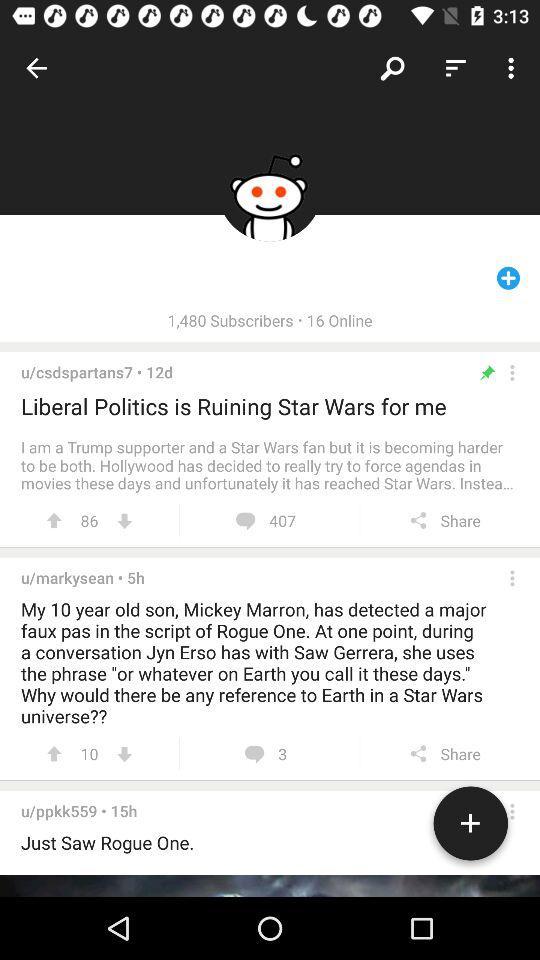 This screenshot has height=960, width=540. Describe the element at coordinates (512, 811) in the screenshot. I see `more options` at that location.